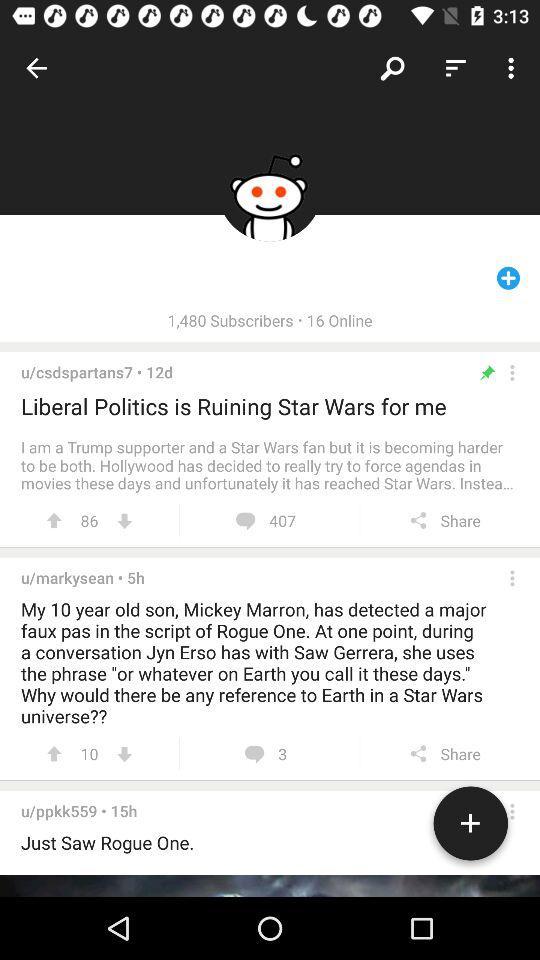 This screenshot has height=960, width=540. Describe the element at coordinates (512, 811) in the screenshot. I see `more options` at that location.